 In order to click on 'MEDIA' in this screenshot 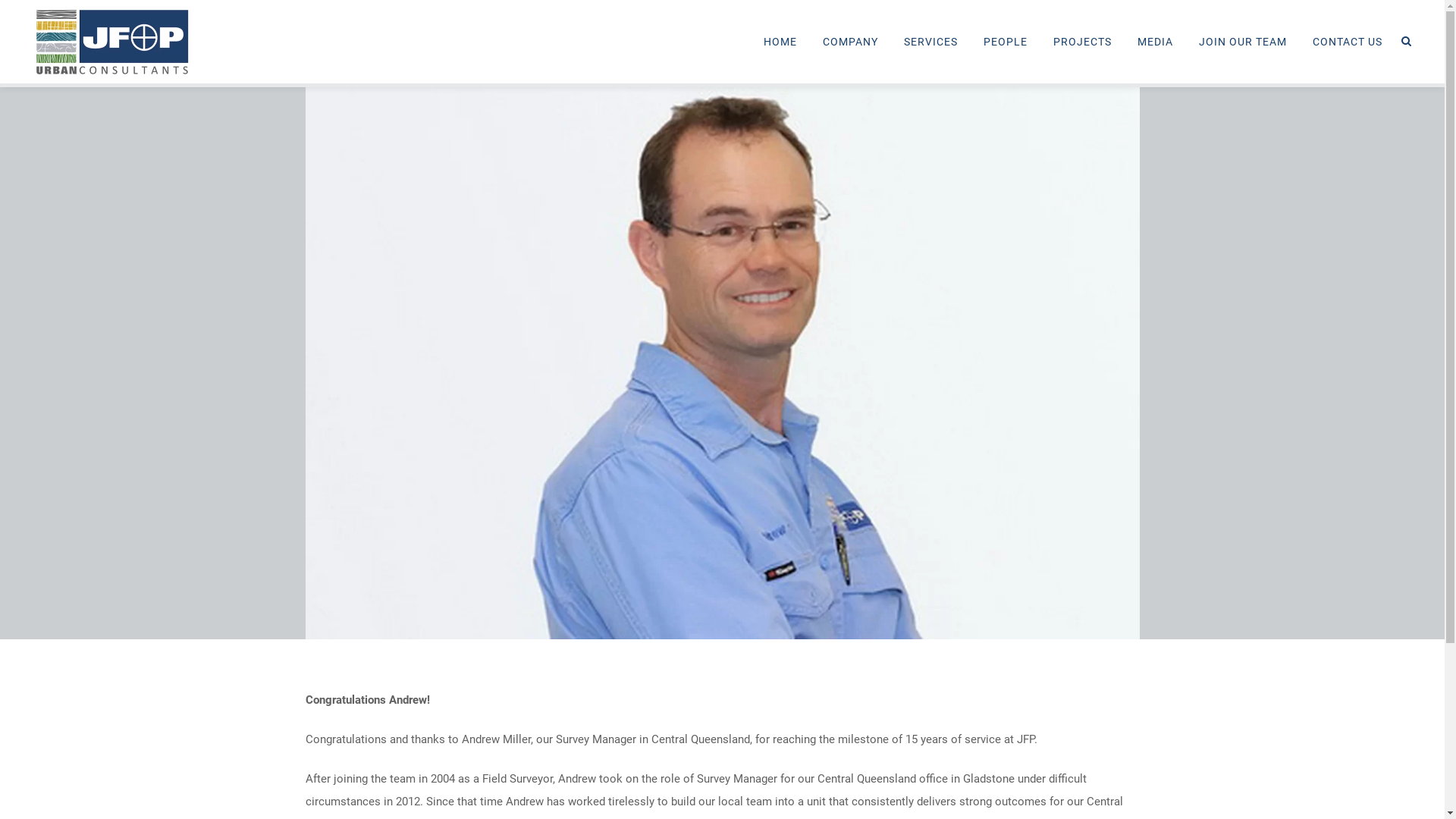, I will do `click(1154, 40)`.